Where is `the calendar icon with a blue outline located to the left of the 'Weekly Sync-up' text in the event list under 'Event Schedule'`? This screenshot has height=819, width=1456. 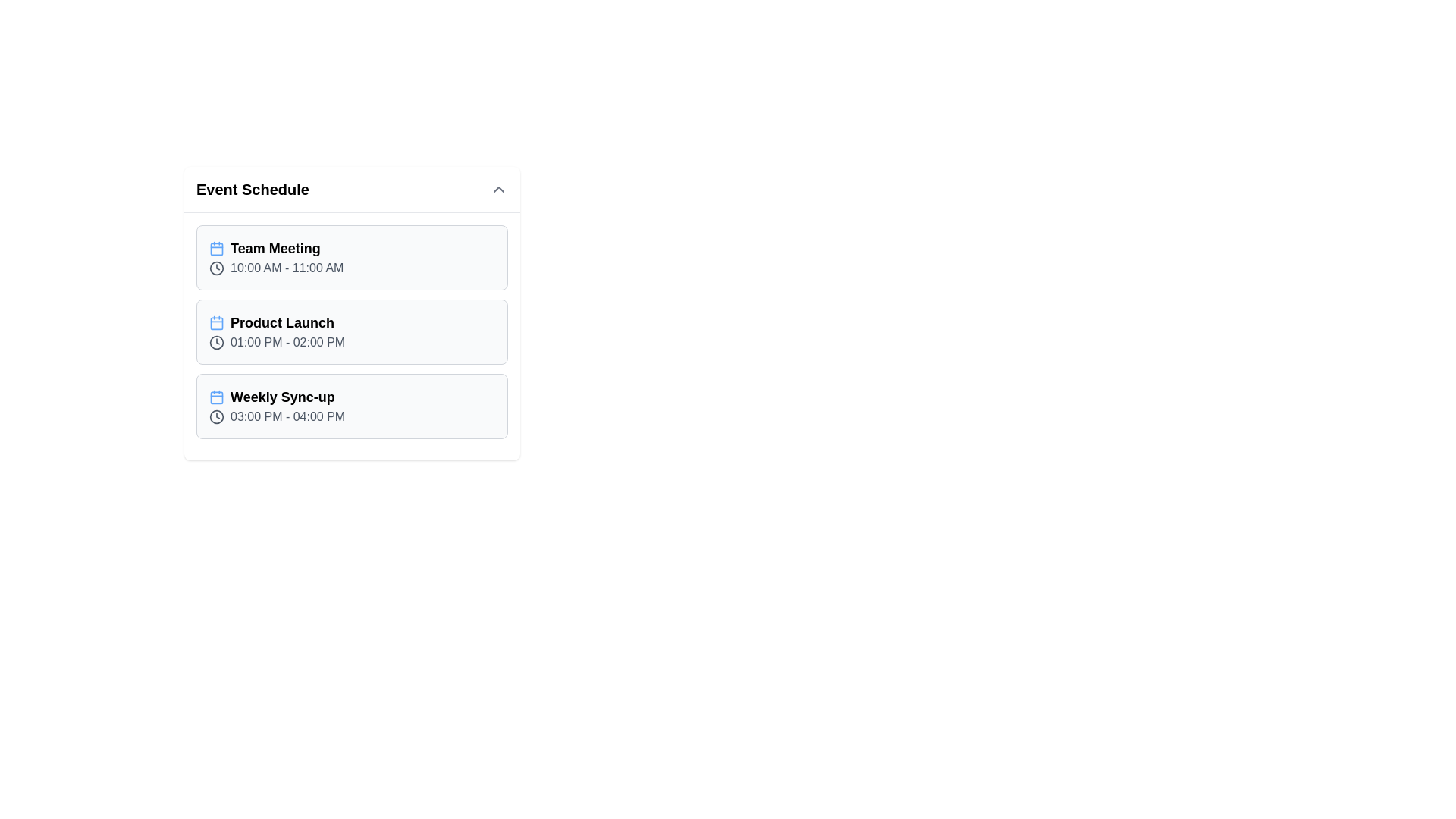 the calendar icon with a blue outline located to the left of the 'Weekly Sync-up' text in the event list under 'Event Schedule' is located at coordinates (216, 397).